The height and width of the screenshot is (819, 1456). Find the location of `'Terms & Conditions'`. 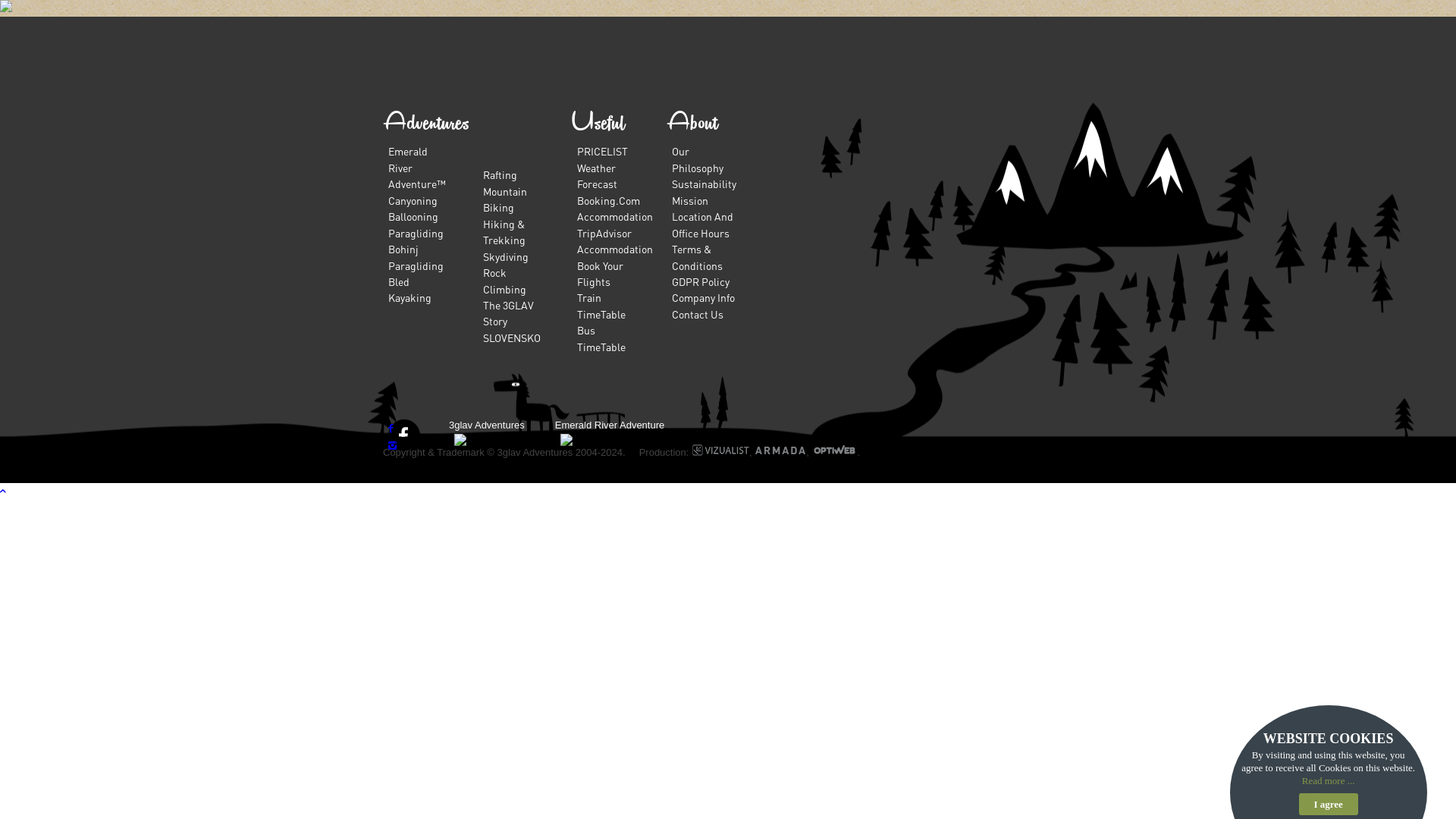

'Terms & Conditions' is located at coordinates (696, 256).